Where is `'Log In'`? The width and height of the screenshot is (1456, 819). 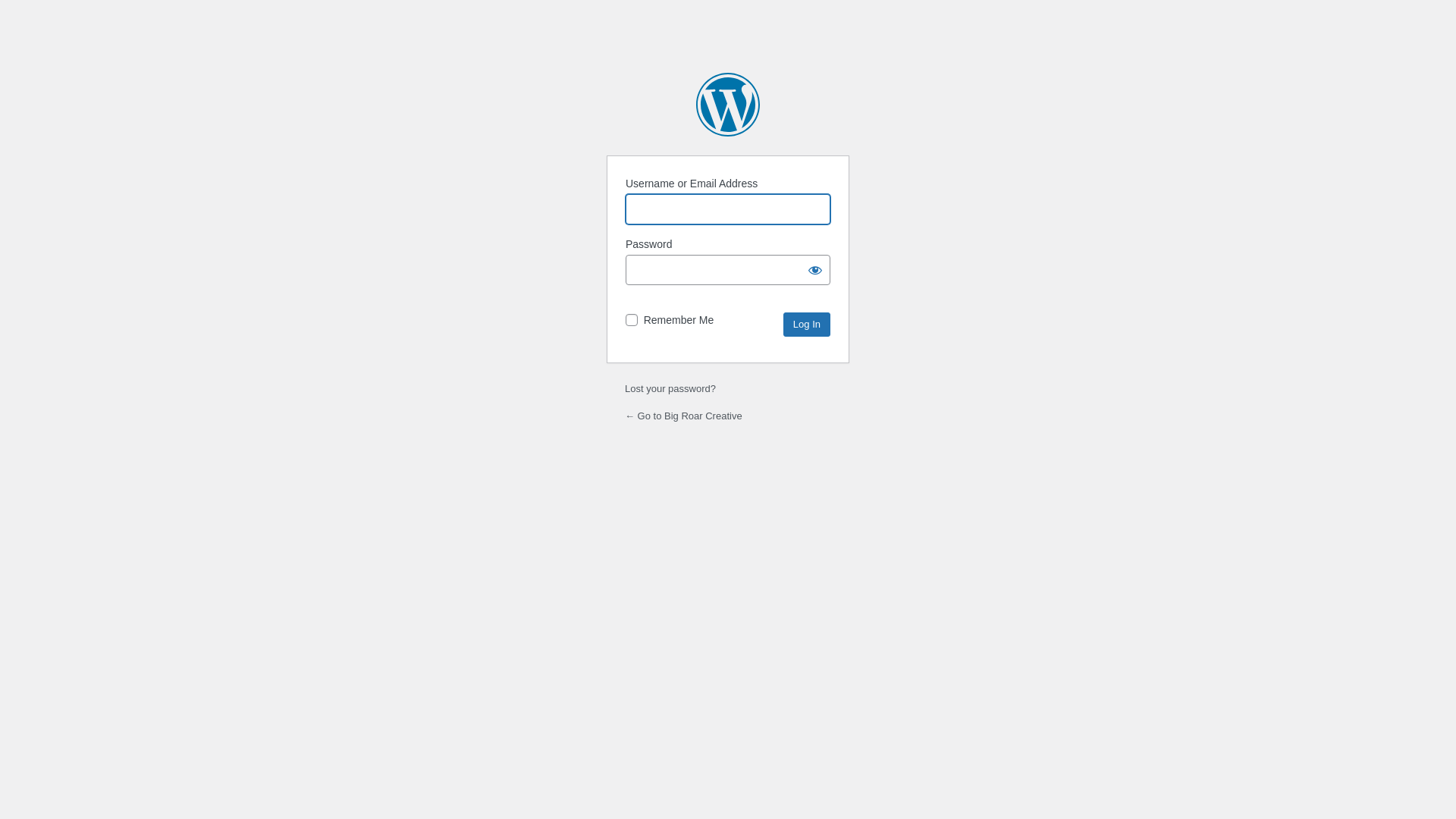 'Log In' is located at coordinates (806, 324).